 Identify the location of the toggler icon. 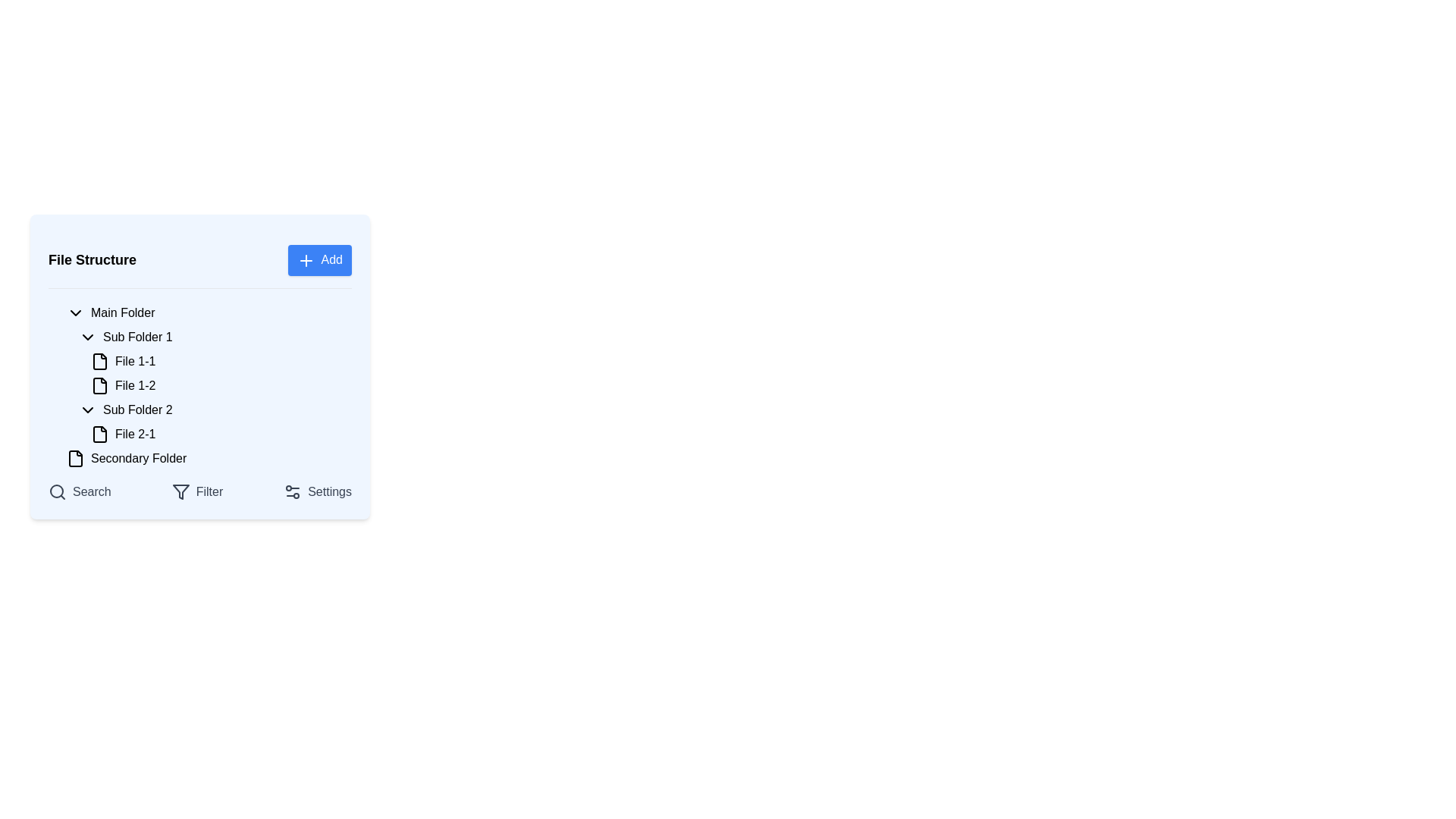
(75, 312).